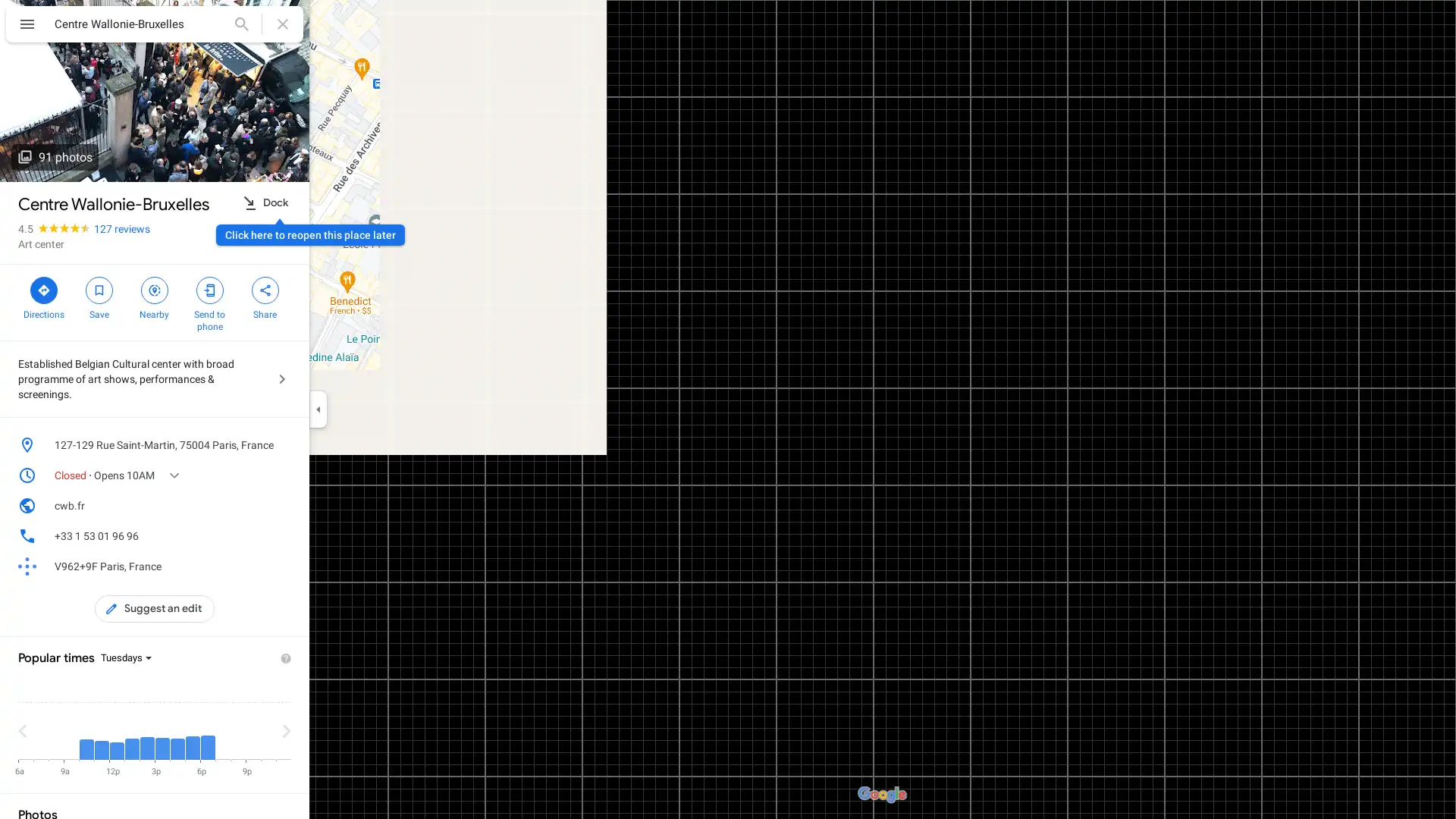  What do you see at coordinates (55, 228) in the screenshot?
I see `4.5 stars` at bounding box center [55, 228].